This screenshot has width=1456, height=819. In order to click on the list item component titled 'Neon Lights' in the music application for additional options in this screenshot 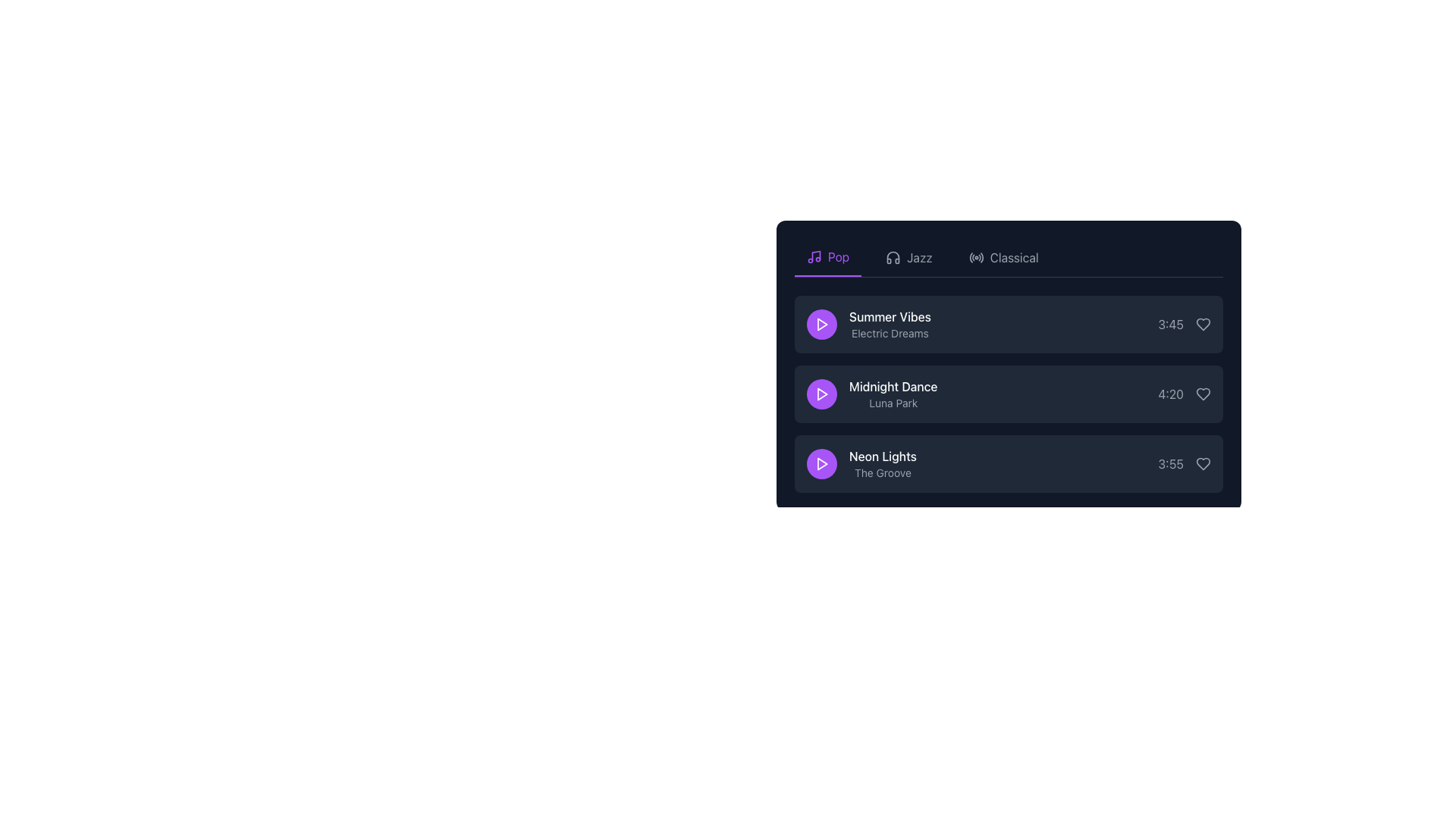, I will do `click(1009, 463)`.